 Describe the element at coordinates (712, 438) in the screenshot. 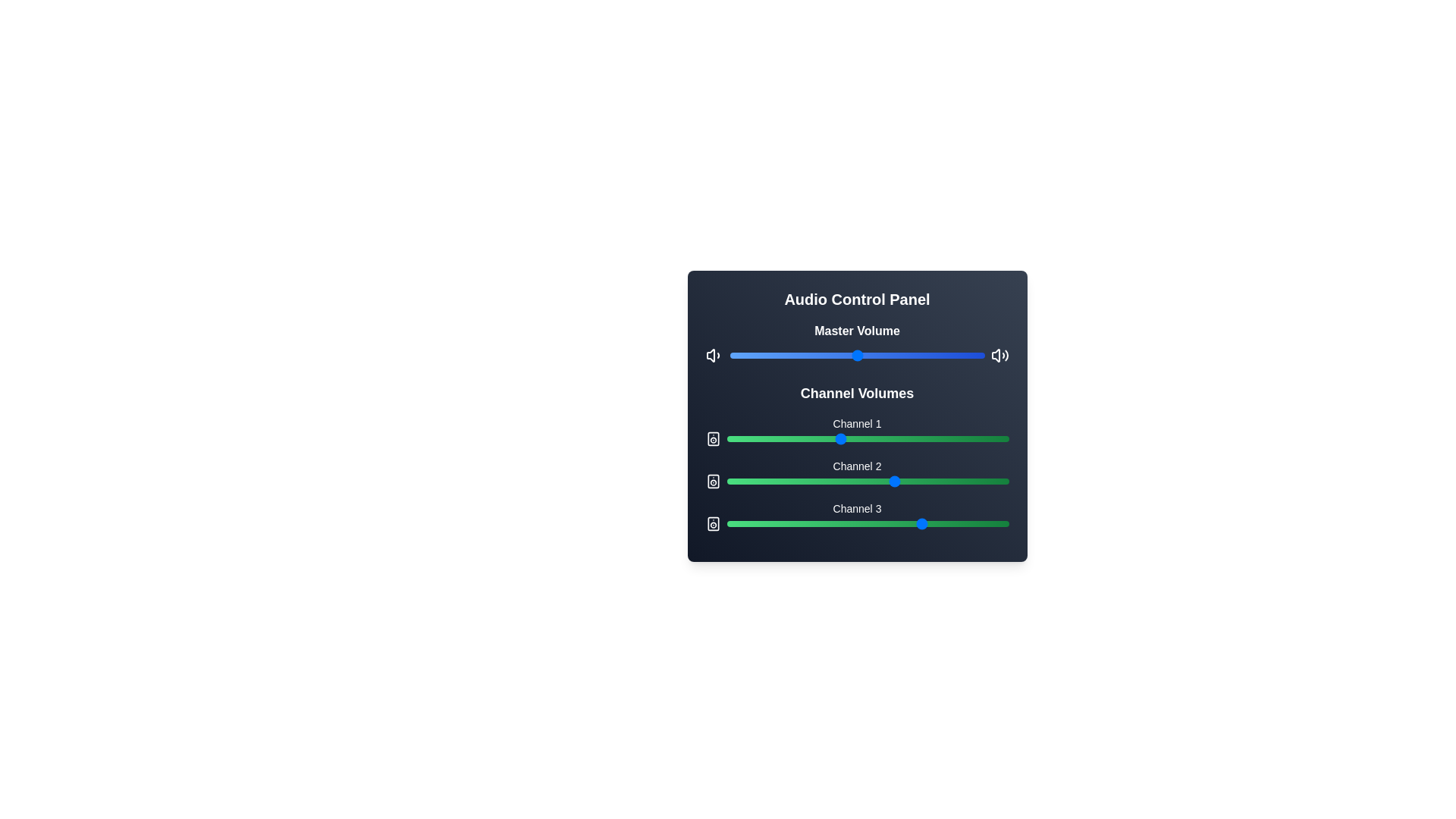

I see `the audio channel speaker icon located to the left of the green progress bar for 'Channel 1' in the 'Channel Volumes' section` at that location.